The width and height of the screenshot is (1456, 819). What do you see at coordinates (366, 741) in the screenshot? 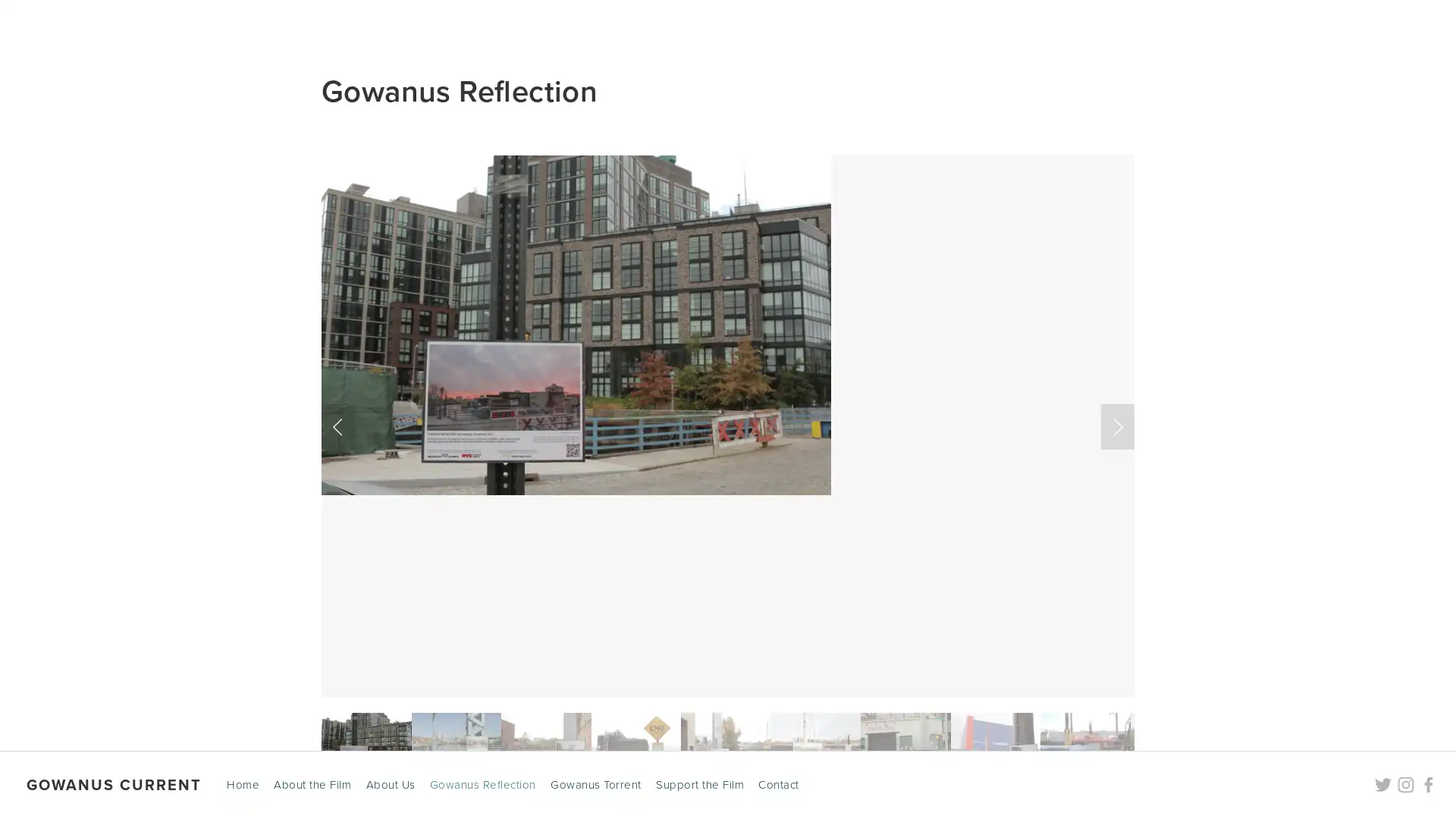
I see `Slide 1` at bounding box center [366, 741].